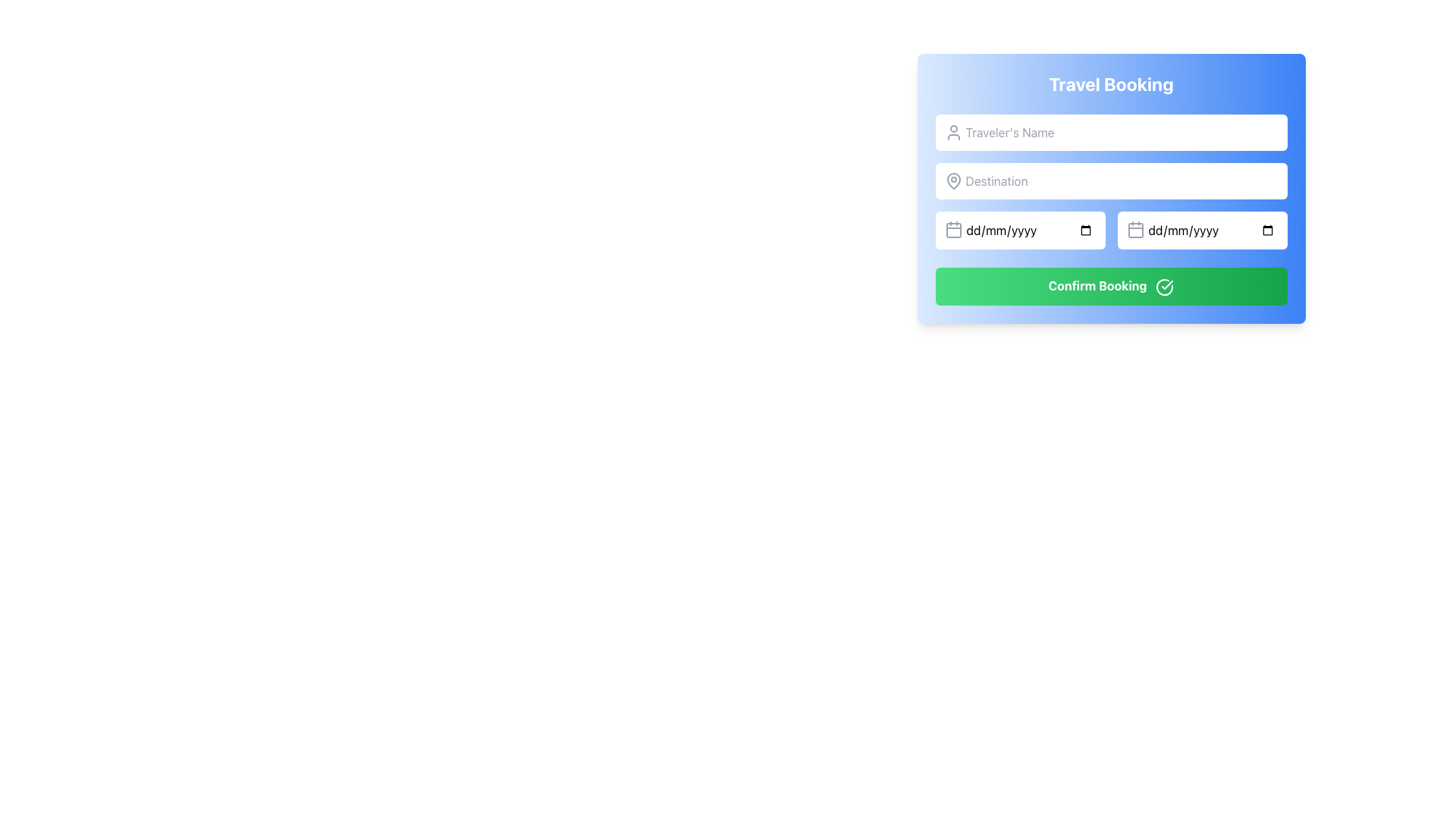 The height and width of the screenshot is (819, 1456). What do you see at coordinates (1164, 287) in the screenshot?
I see `the outer circular stroke of the SVG icon that symbolizes a circle with a check mark, located next to the 'Confirm Booking' button` at bounding box center [1164, 287].